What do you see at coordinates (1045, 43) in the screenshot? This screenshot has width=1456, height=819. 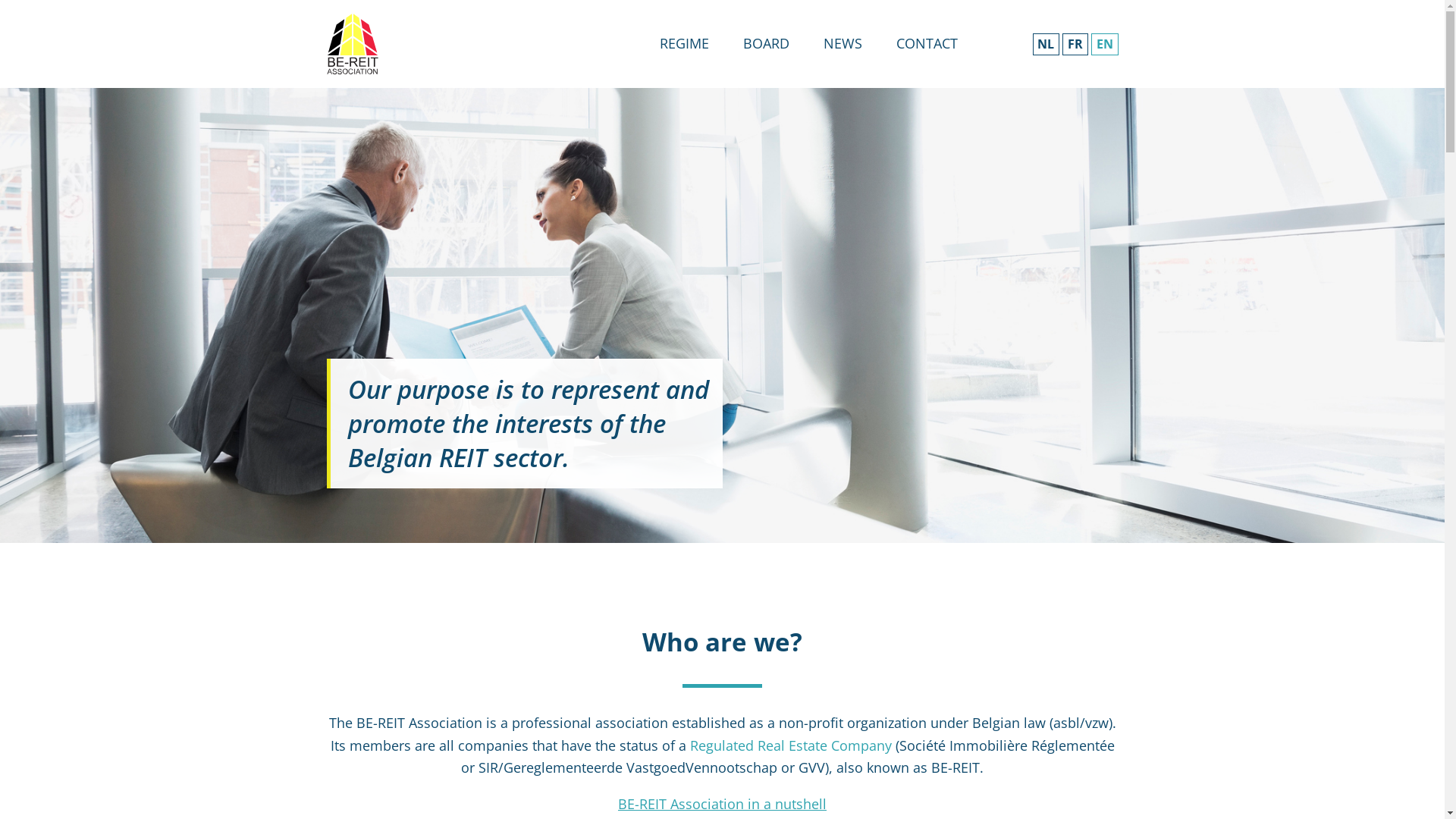 I see `'NL'` at bounding box center [1045, 43].